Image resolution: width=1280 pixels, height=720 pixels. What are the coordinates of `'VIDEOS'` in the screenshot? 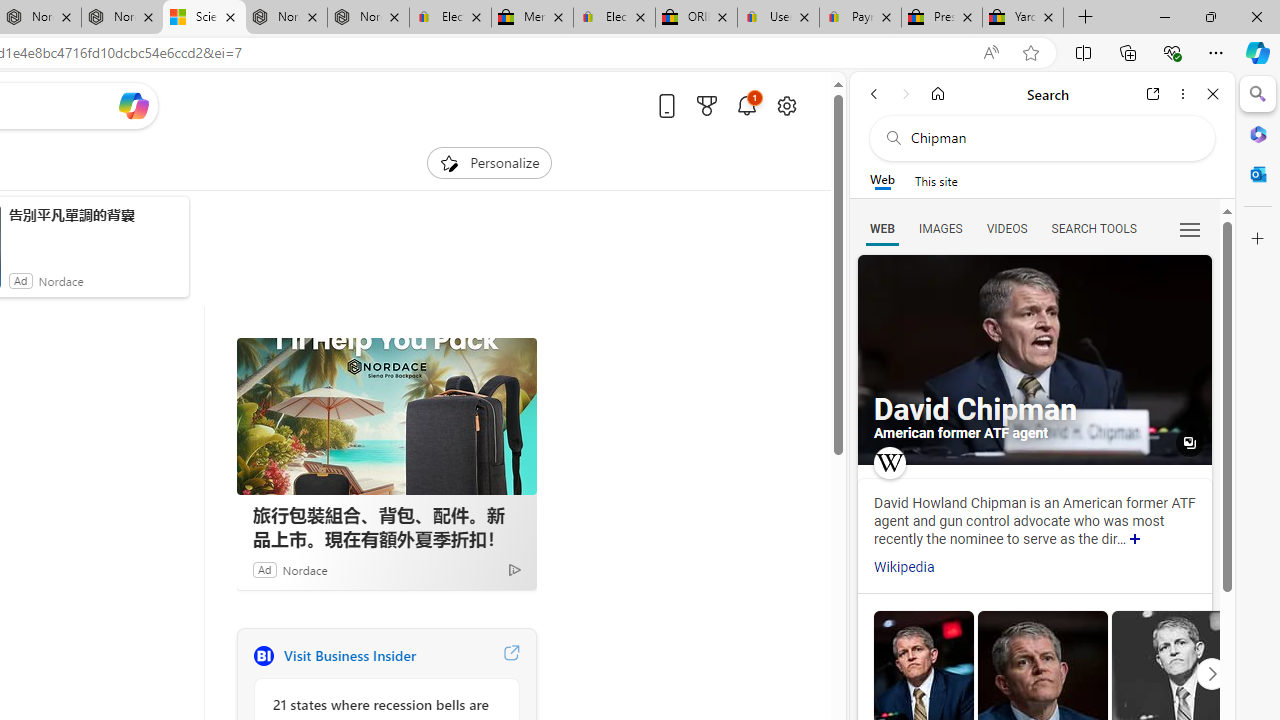 It's located at (1006, 227).